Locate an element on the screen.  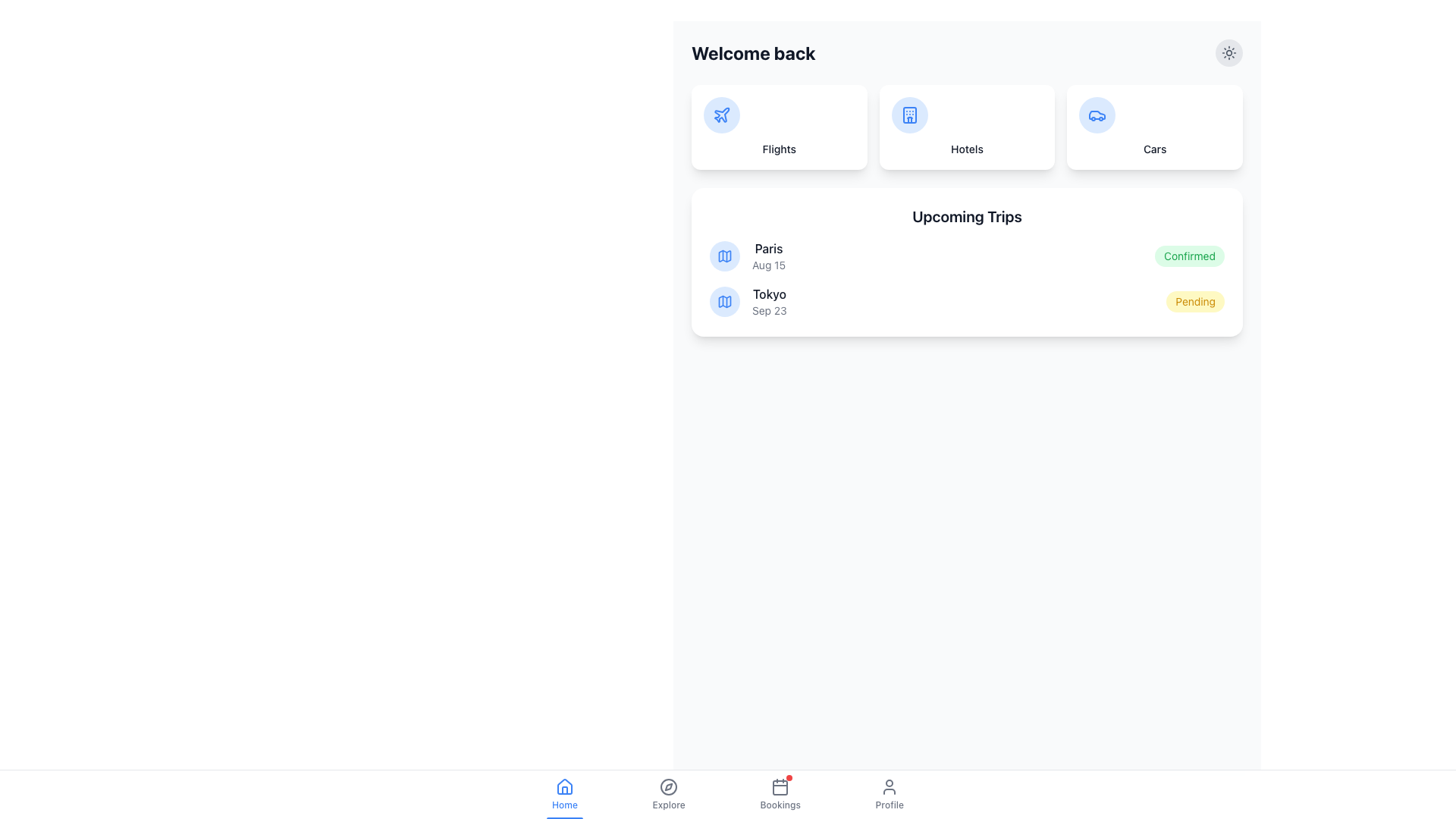
the 'Cars' text label, which is styled with a small bold gray font and located at the bottom of a card beneath a car icon is located at coordinates (1154, 149).